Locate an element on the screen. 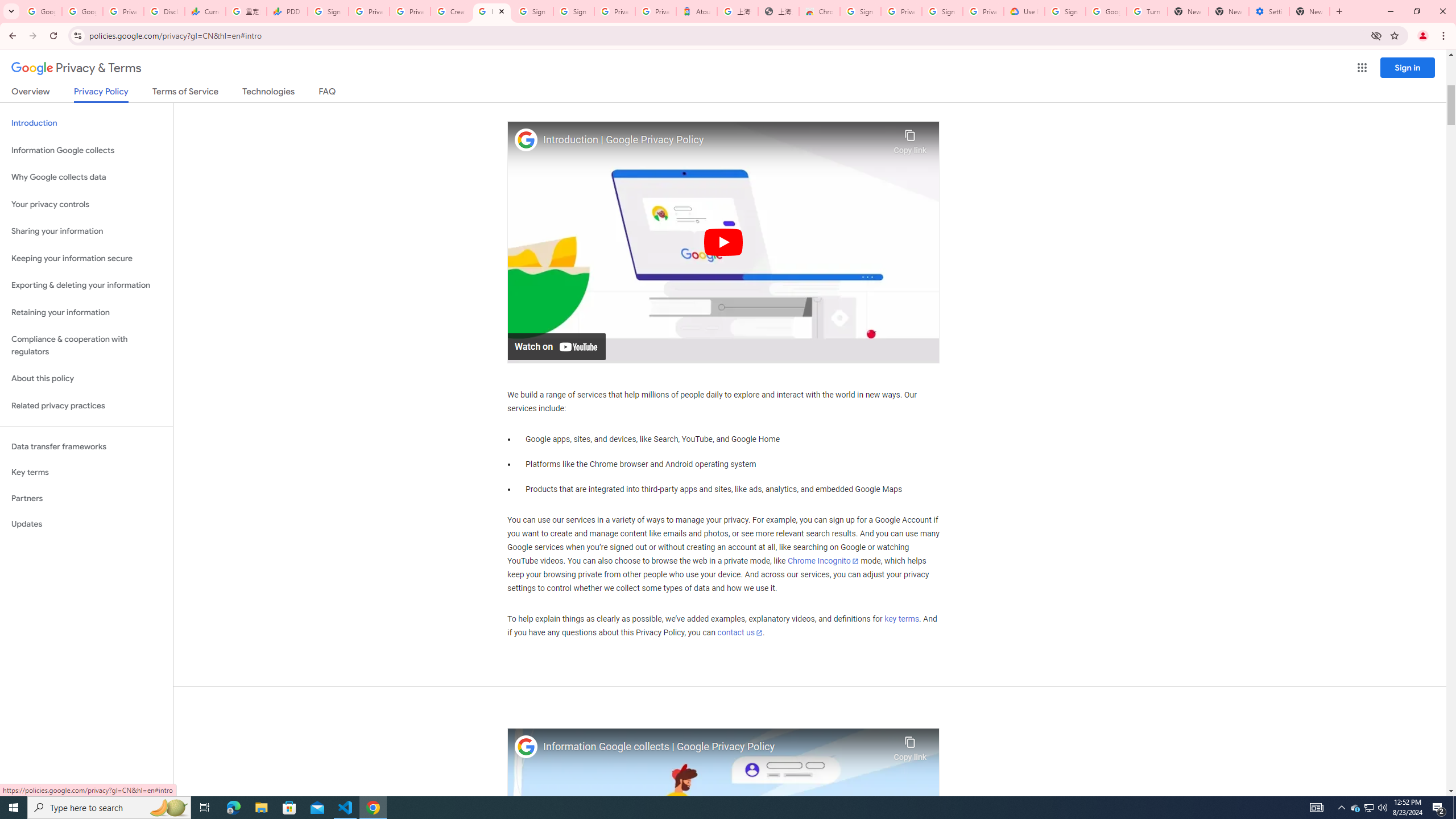 The width and height of the screenshot is (1456, 819). 'Privacy Checkup' is located at coordinates (409, 11).